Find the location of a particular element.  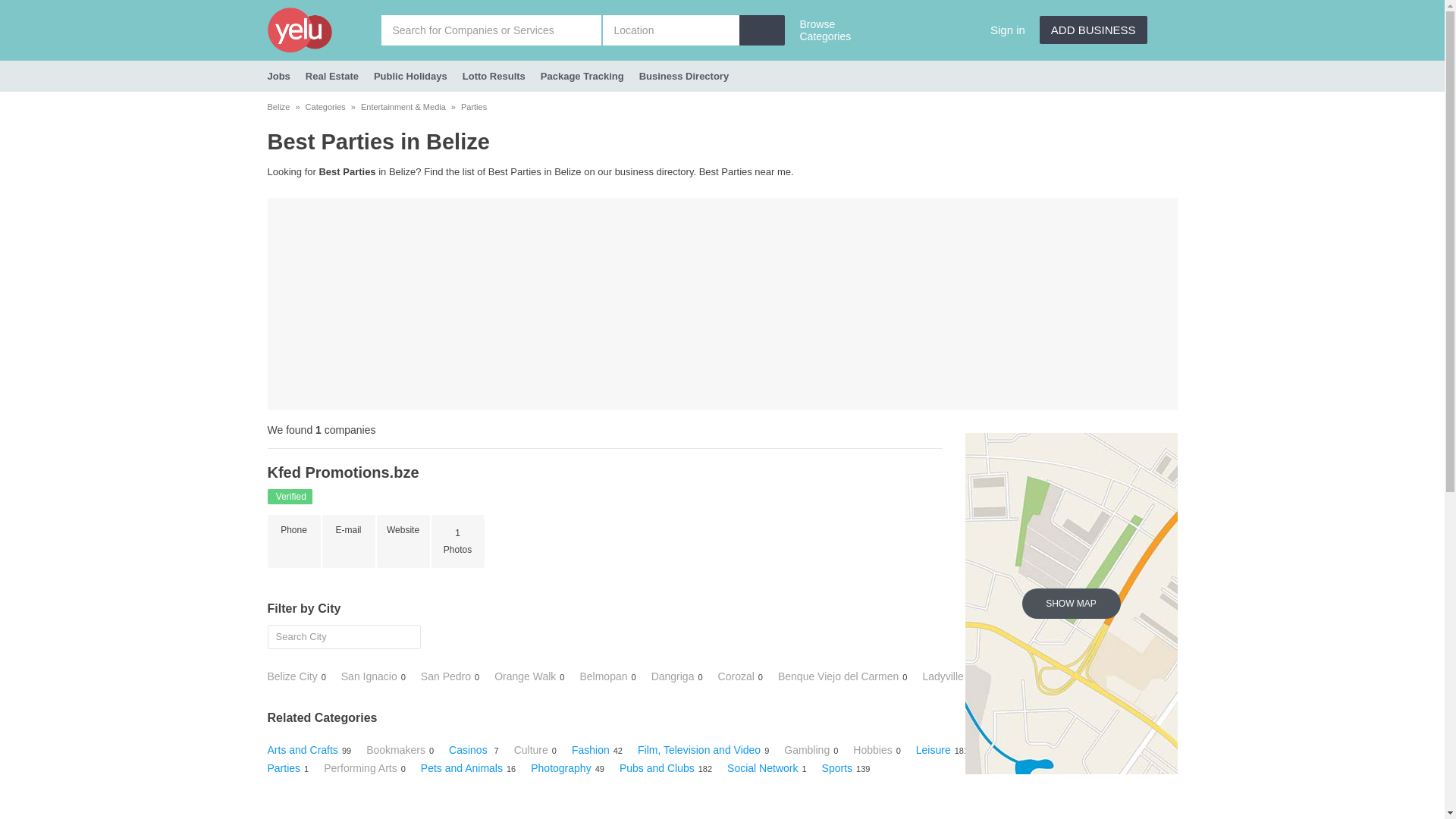

'Photography' is located at coordinates (560, 768).